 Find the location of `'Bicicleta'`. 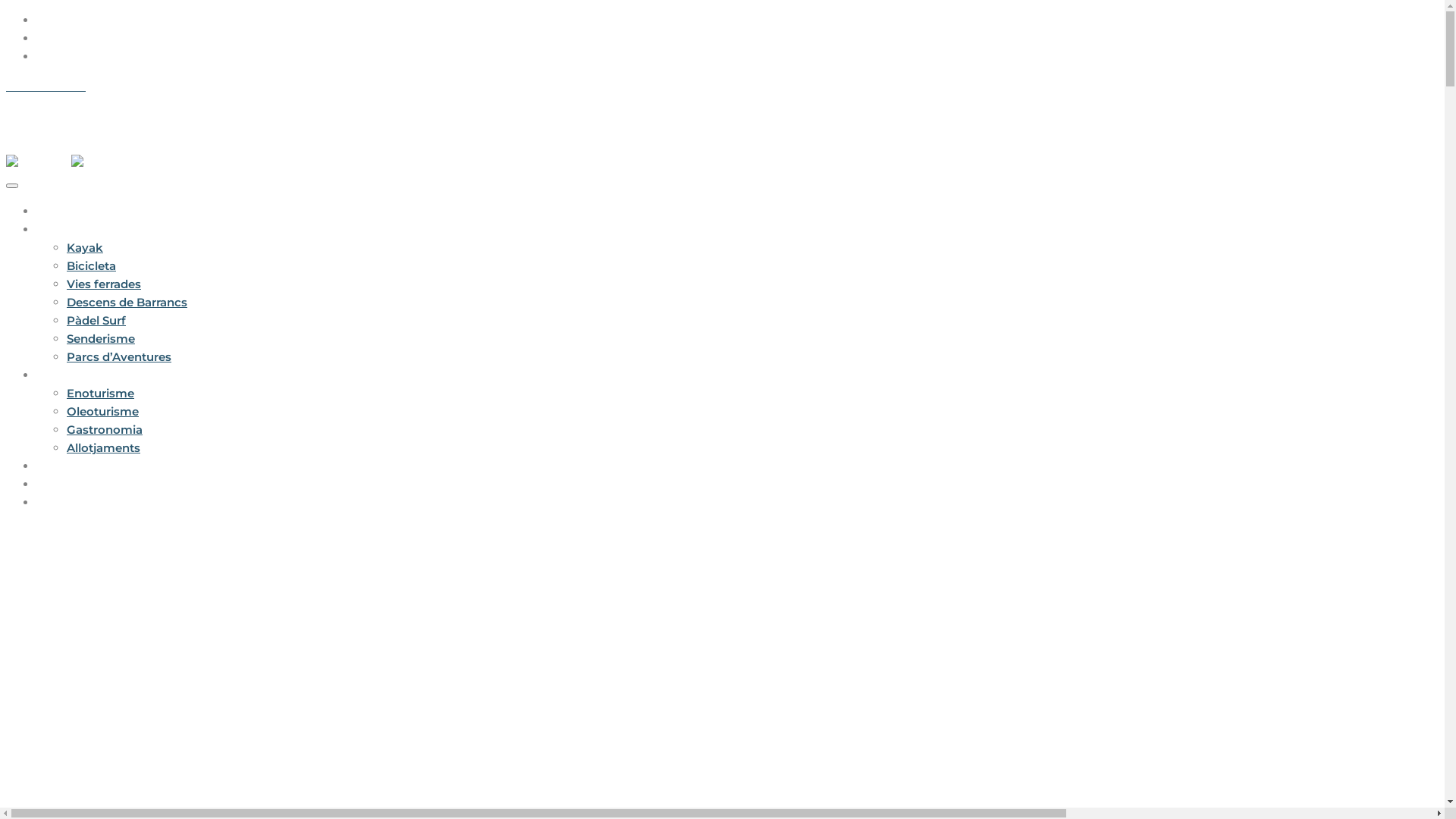

'Bicicleta' is located at coordinates (90, 265).